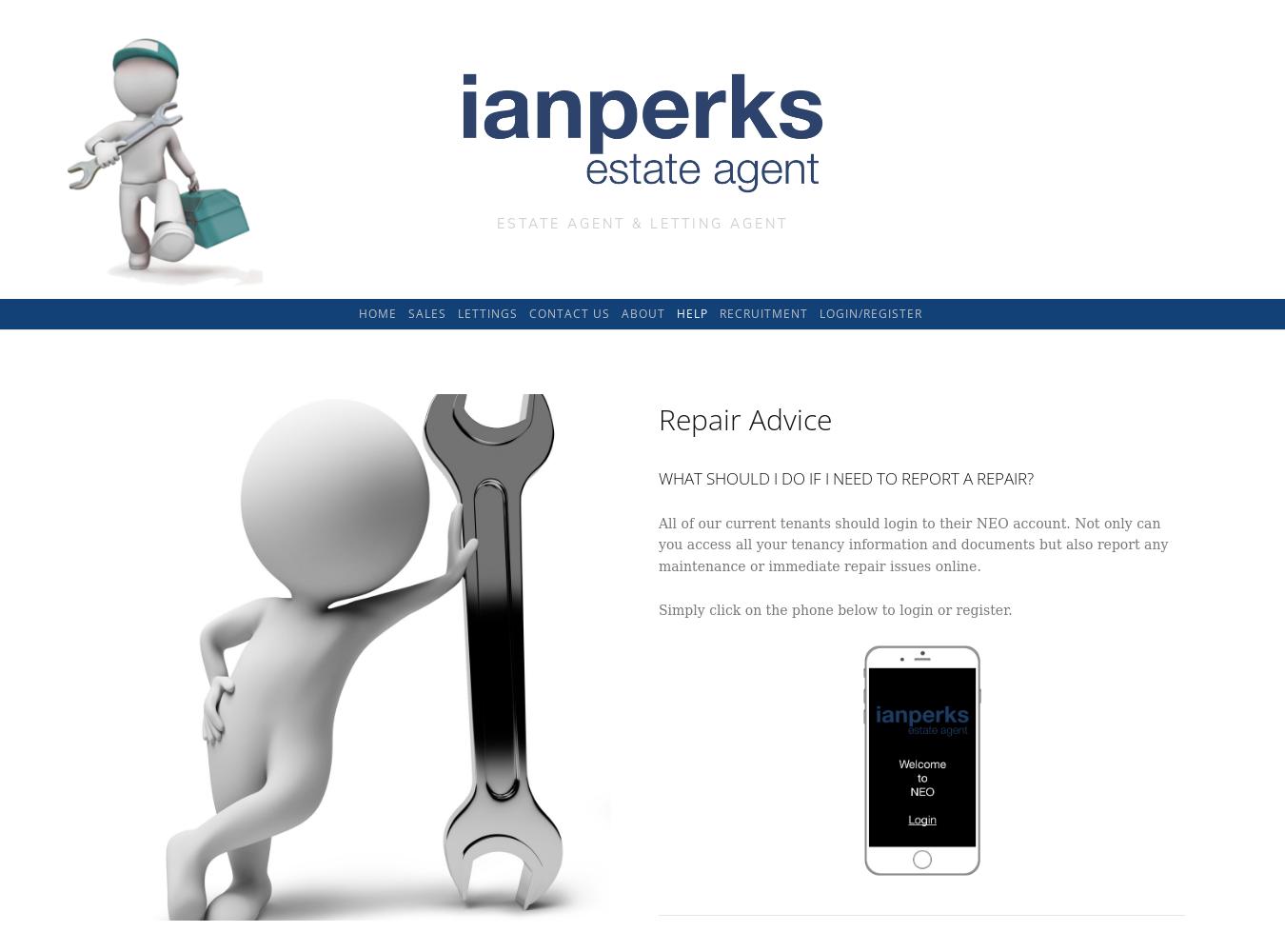  Describe the element at coordinates (838, 610) in the screenshot. I see `'Simply click on the phone below to login or register.'` at that location.